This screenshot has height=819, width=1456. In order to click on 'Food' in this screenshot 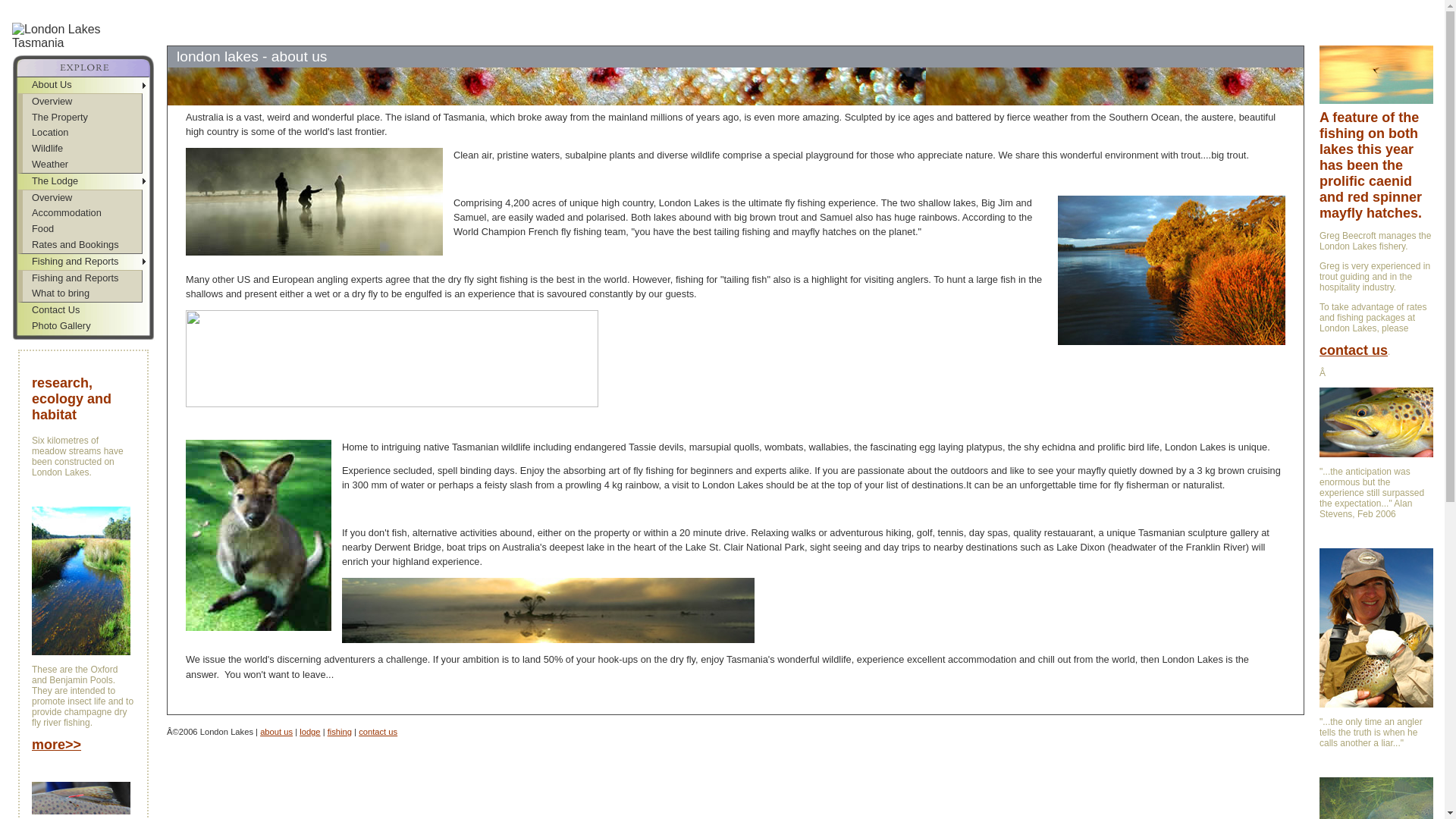, I will do `click(22, 229)`.